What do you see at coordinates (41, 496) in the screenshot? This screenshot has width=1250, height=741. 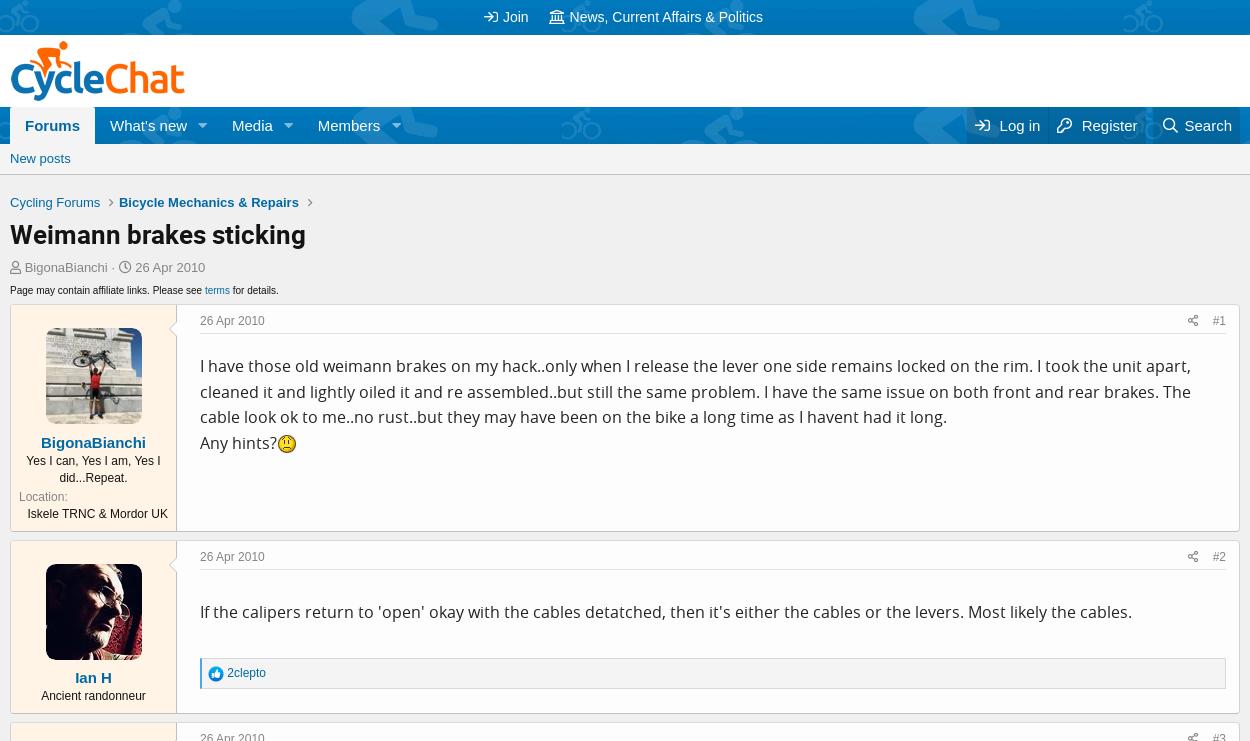 I see `'Location'` at bounding box center [41, 496].